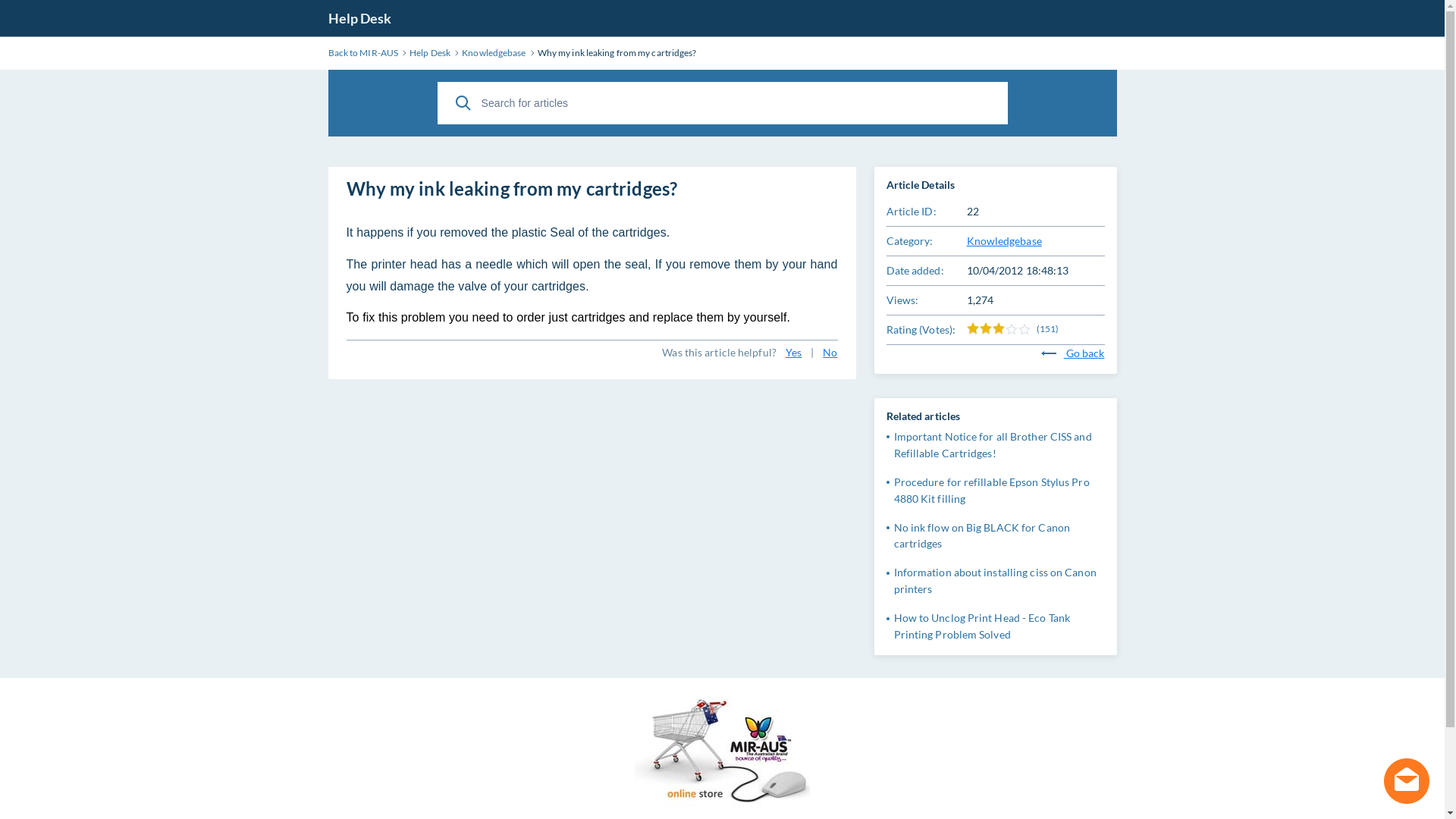 The width and height of the screenshot is (1456, 819). What do you see at coordinates (893, 626) in the screenshot?
I see `'How to Unclog Print Head - Eco Tank Printing Problem Solved'` at bounding box center [893, 626].